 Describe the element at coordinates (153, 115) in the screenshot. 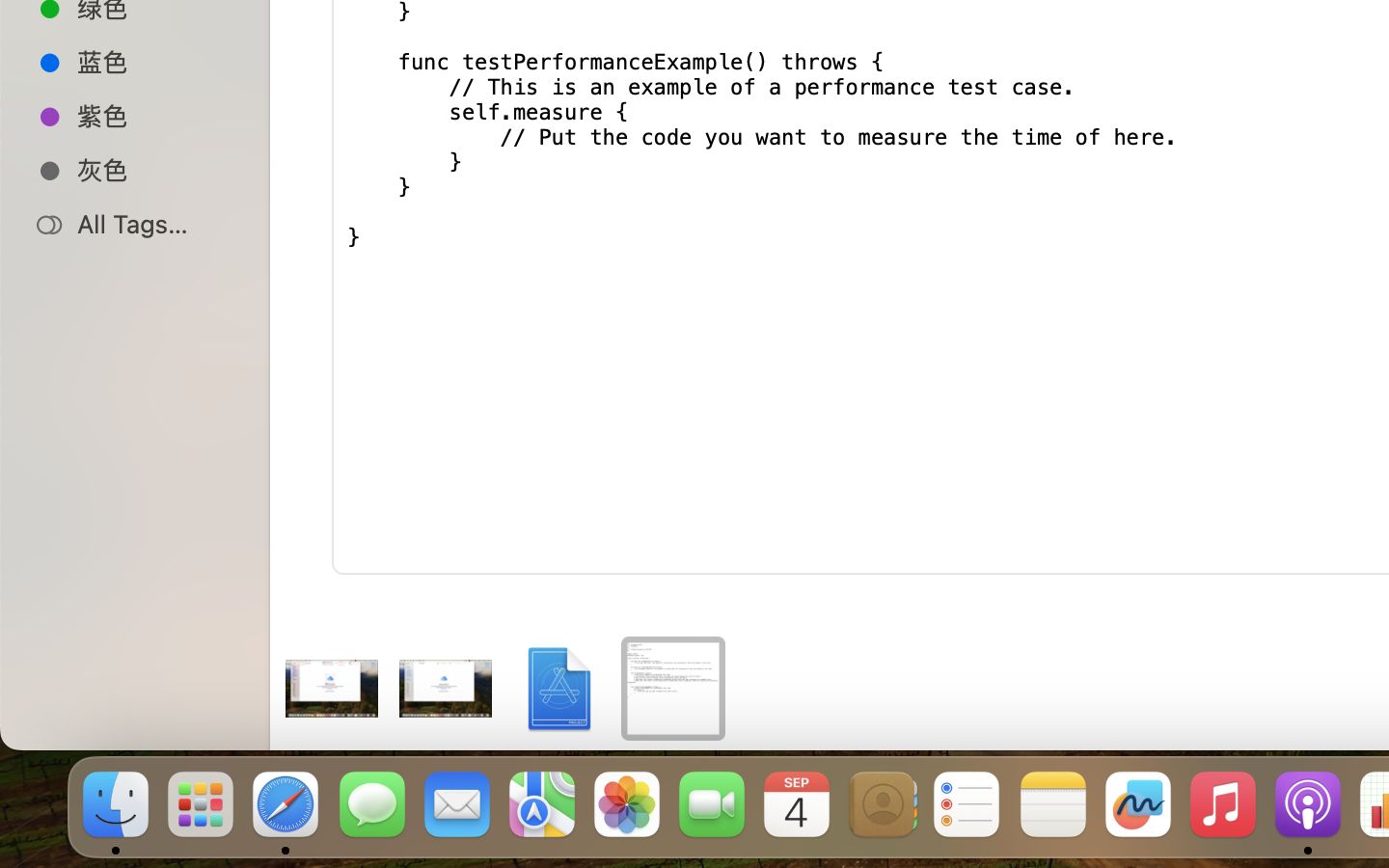

I see `'紫色'` at that location.